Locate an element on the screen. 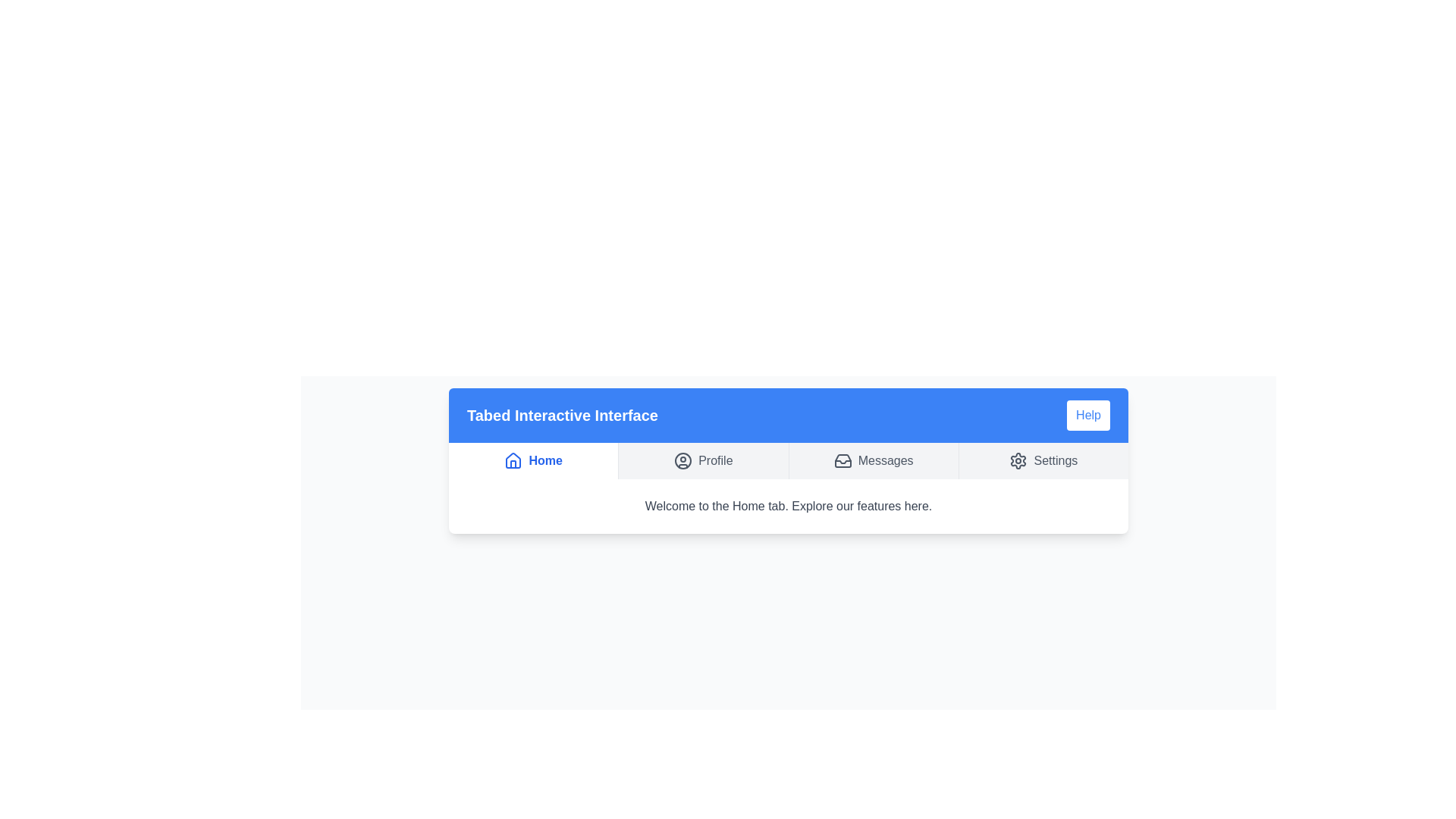 The height and width of the screenshot is (819, 1456). text of the 'Home' label located in the navigation bar at the top of the interface, styled in blue and positioned adjacent to a house-shaped icon is located at coordinates (545, 460).